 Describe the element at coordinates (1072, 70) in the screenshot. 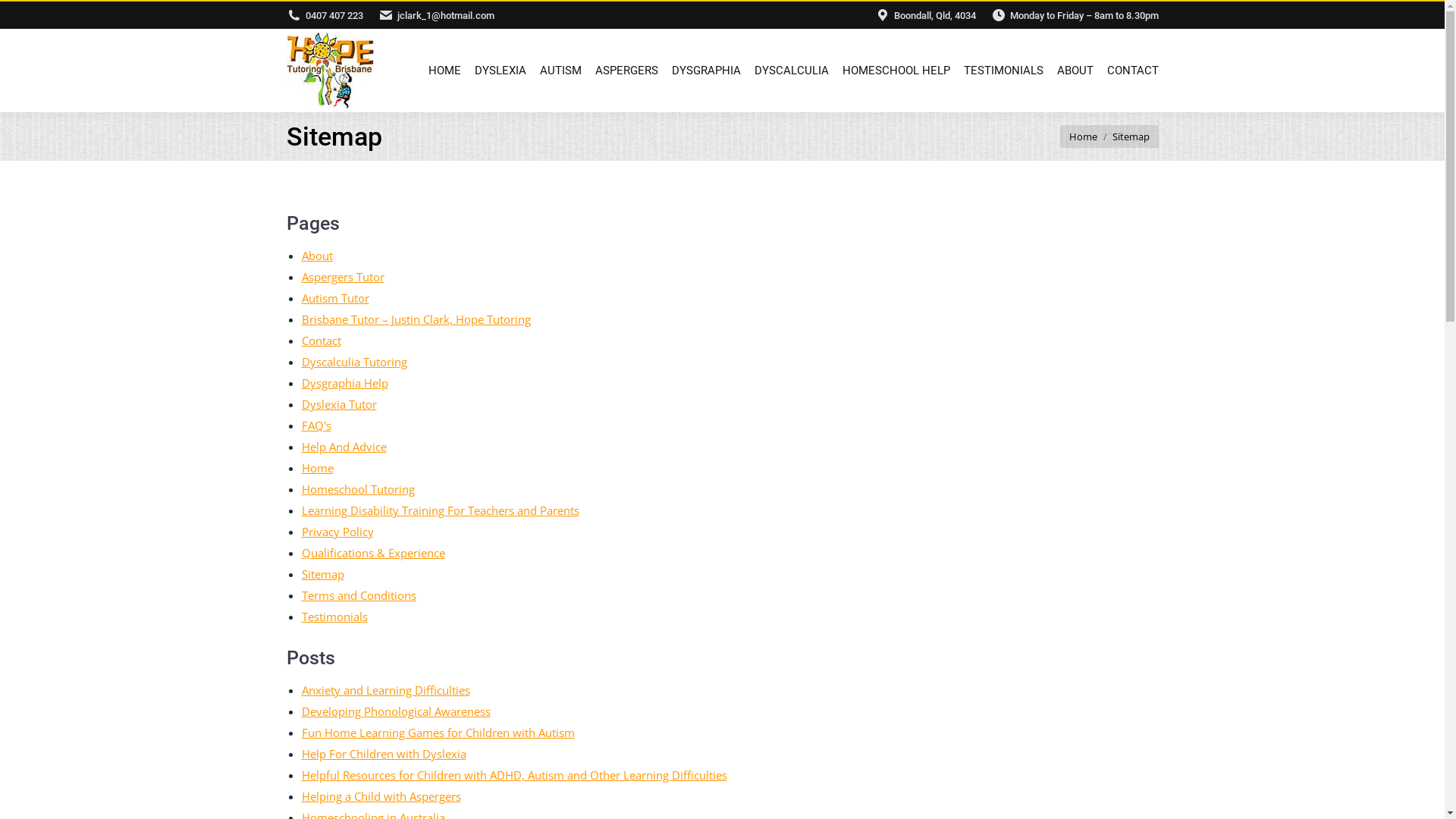

I see `'ABOUT'` at that location.